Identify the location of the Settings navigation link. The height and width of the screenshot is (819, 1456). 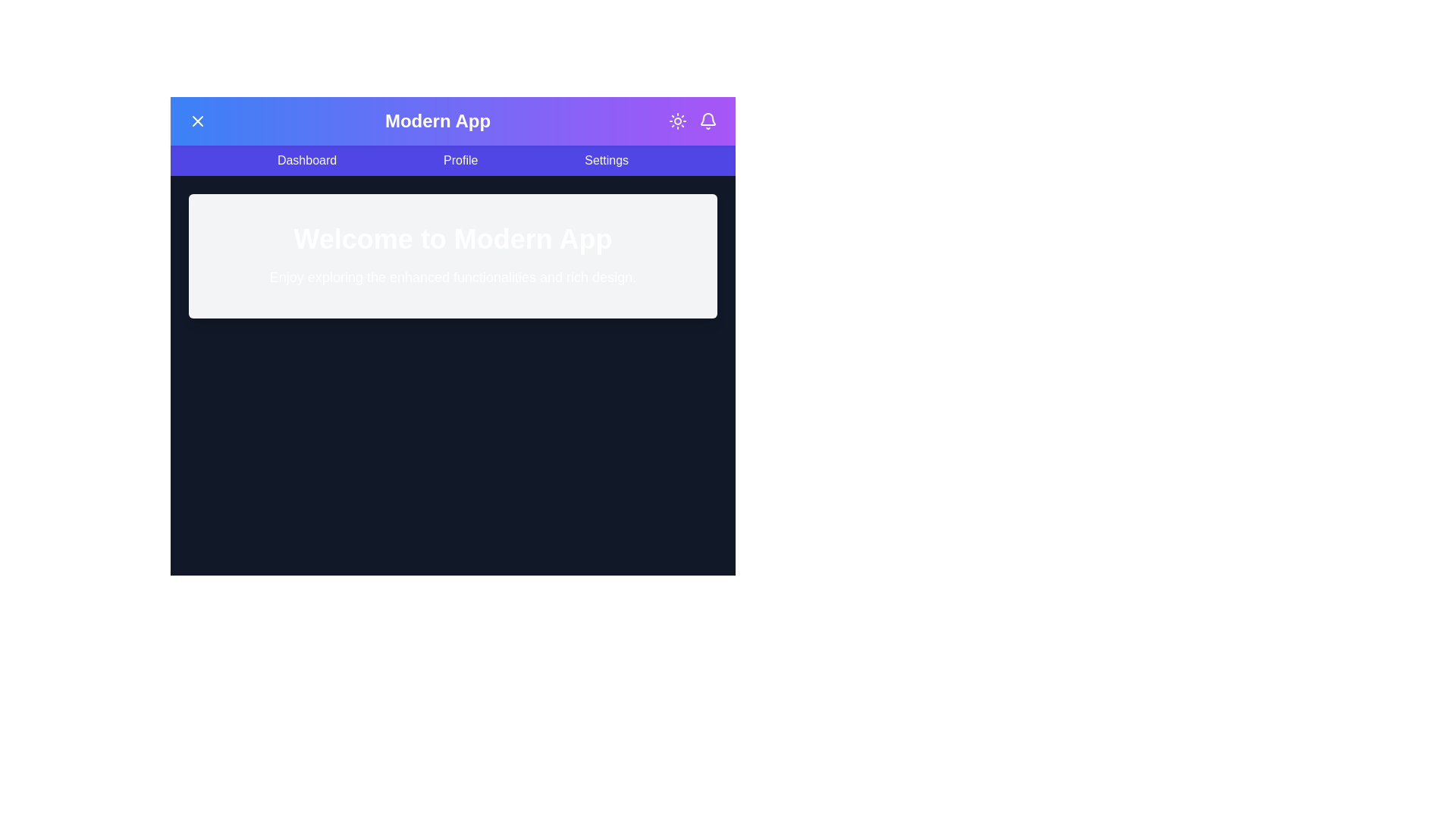
(607, 161).